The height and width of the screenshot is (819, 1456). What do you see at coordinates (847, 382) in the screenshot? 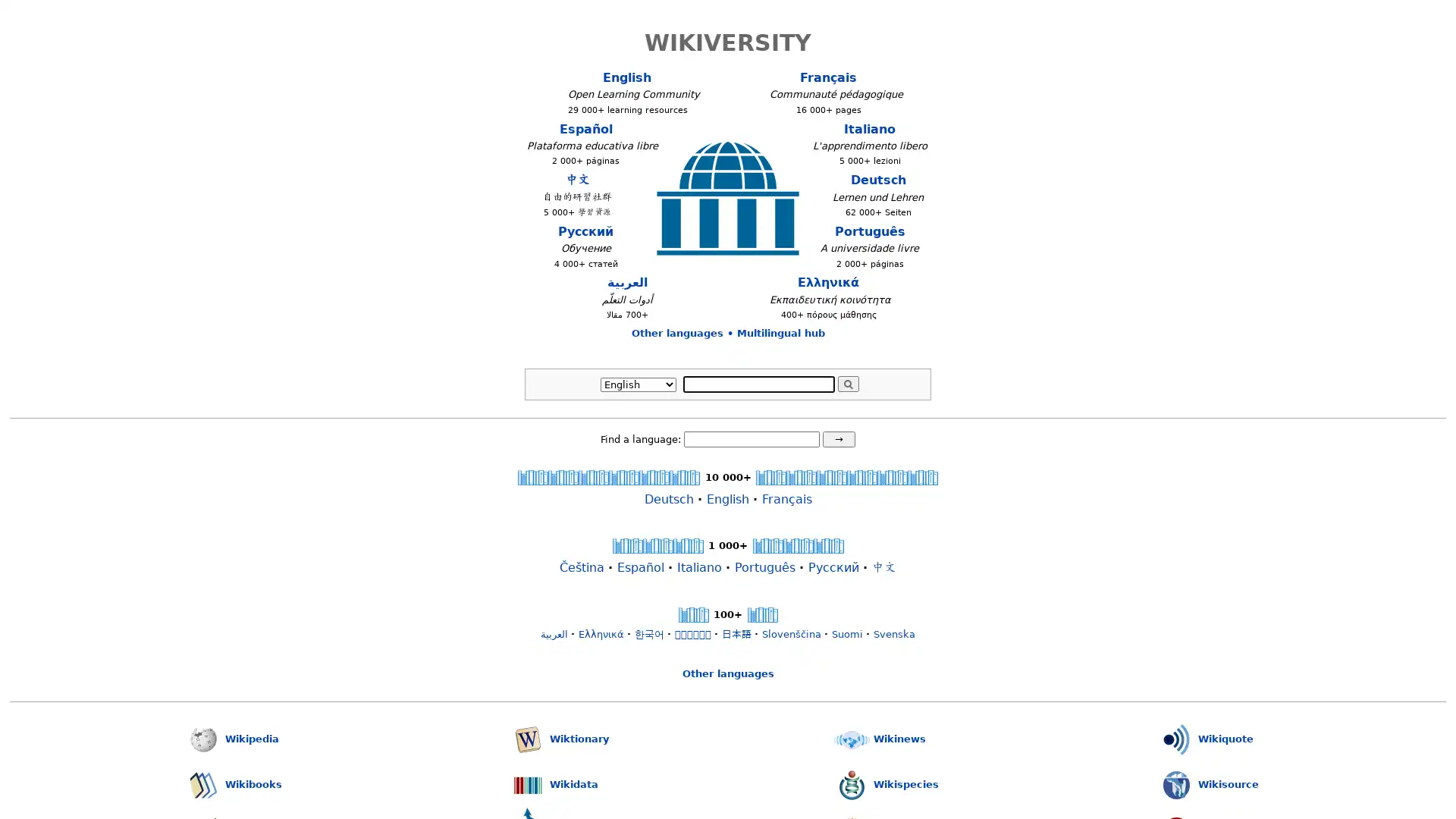
I see `Search` at bounding box center [847, 382].